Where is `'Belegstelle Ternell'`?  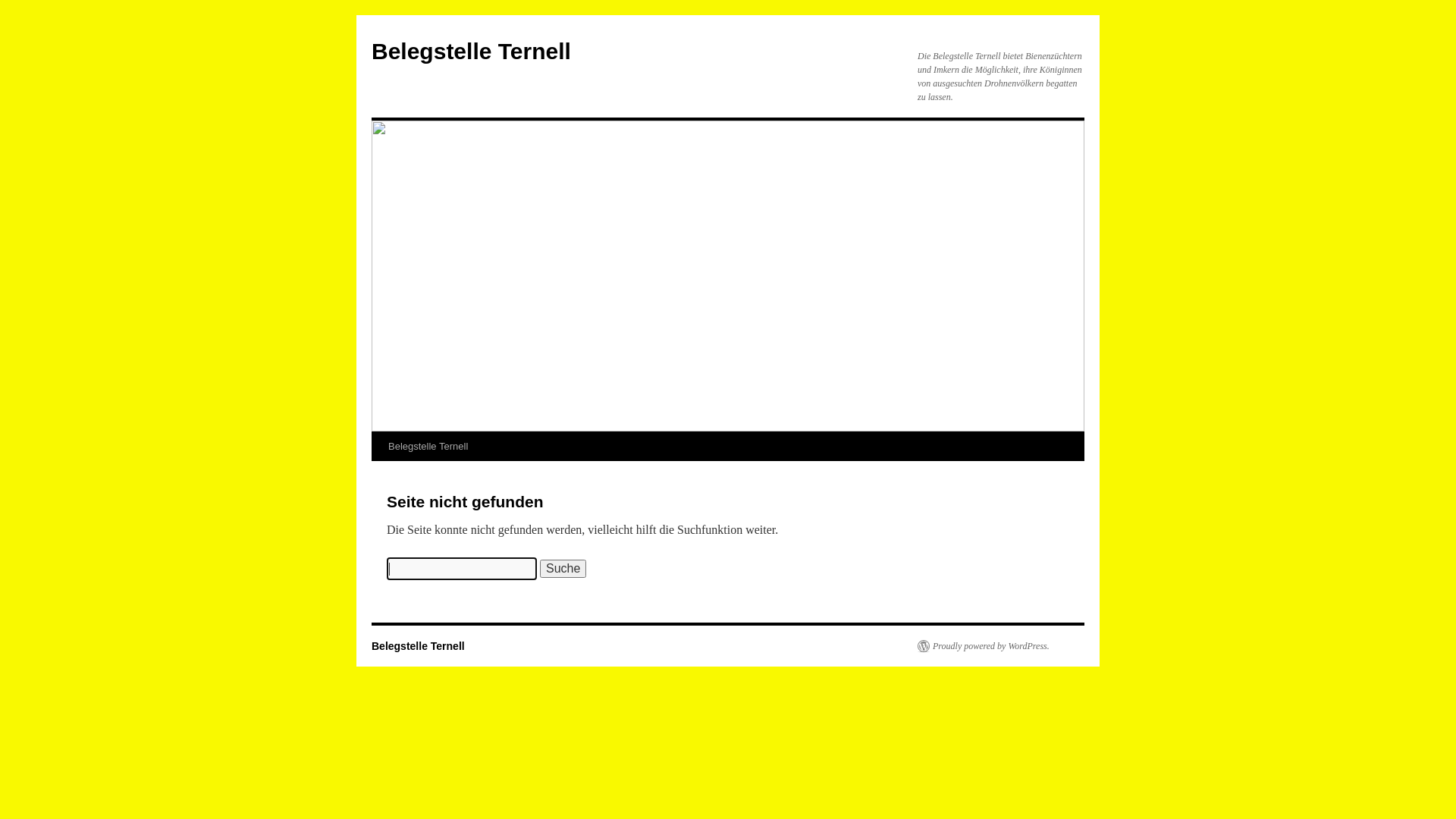 'Belegstelle Ternell' is located at coordinates (418, 646).